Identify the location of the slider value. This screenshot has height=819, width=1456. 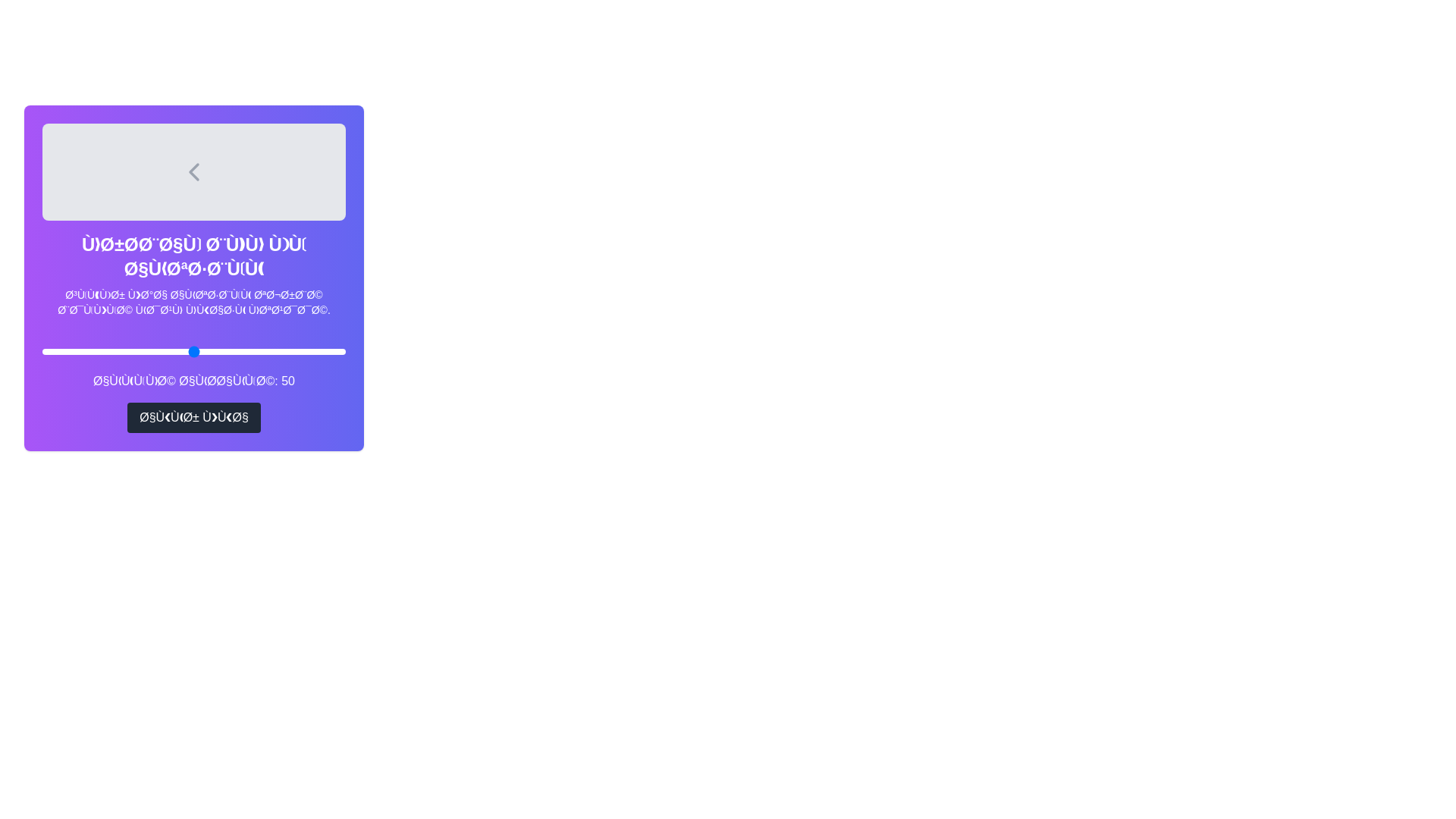
(261, 351).